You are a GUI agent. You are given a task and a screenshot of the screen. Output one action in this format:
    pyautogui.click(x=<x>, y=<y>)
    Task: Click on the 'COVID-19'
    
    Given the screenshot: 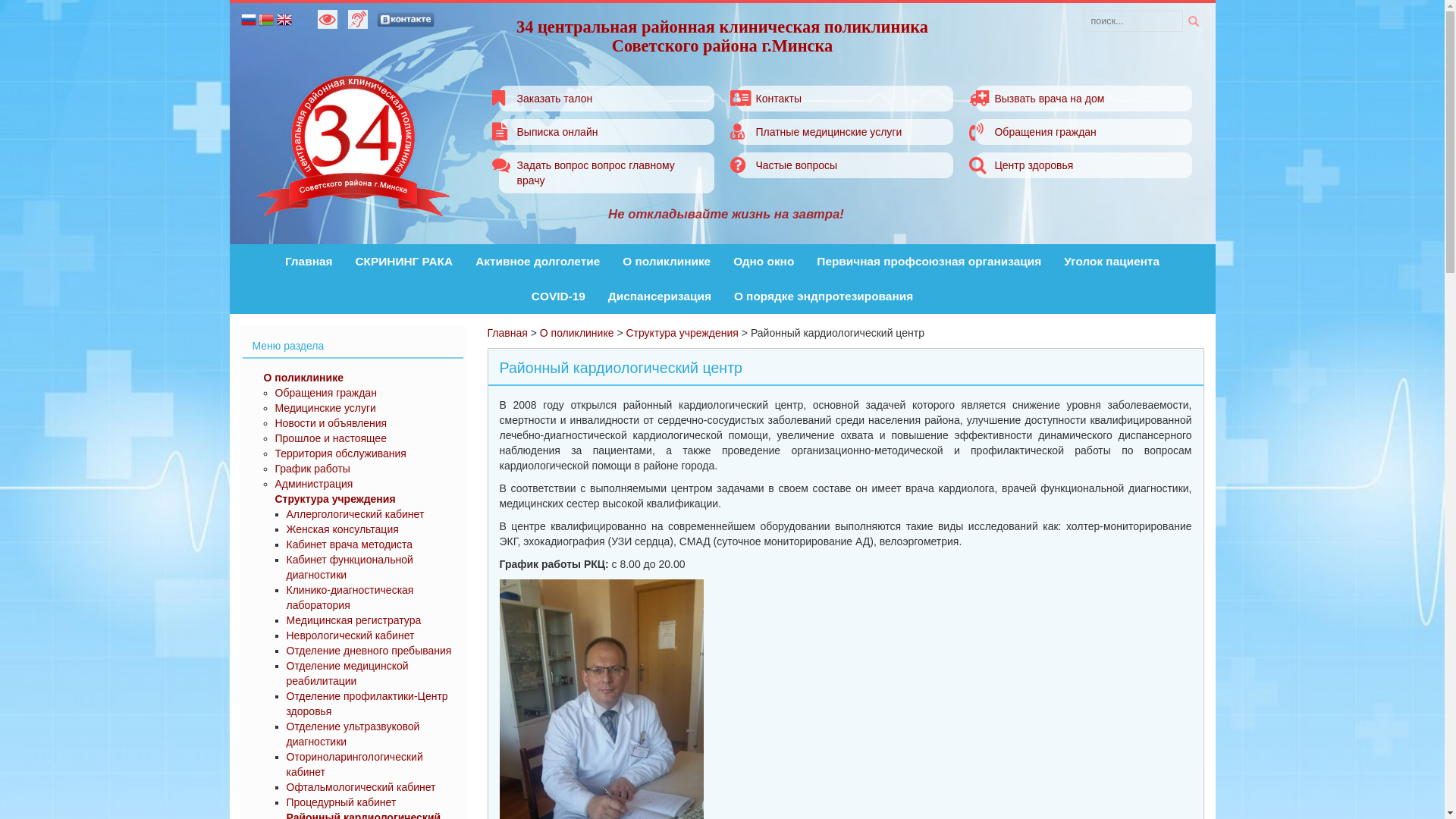 What is the action you would take?
    pyautogui.click(x=531, y=296)
    